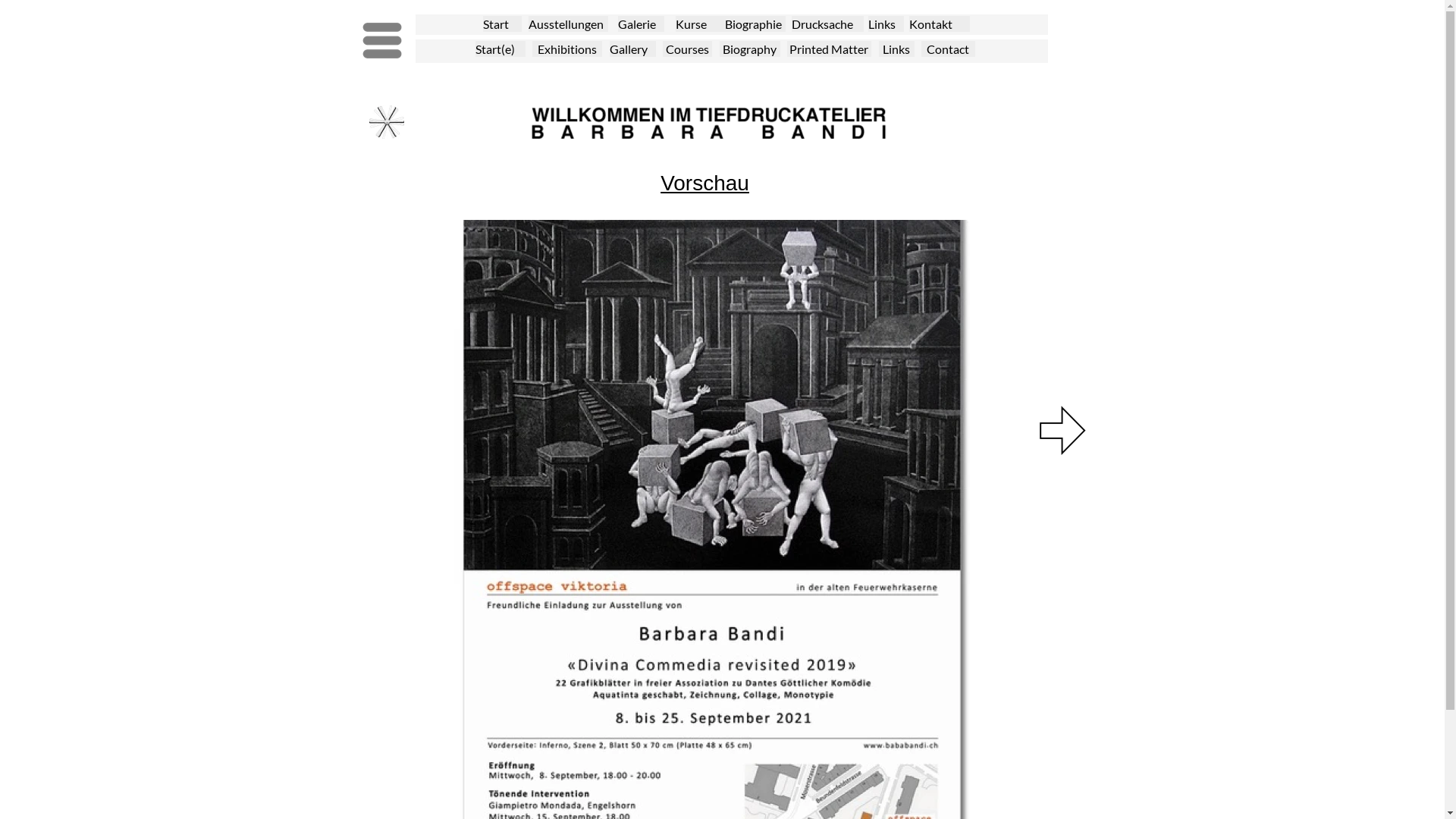  What do you see at coordinates (704, 182) in the screenshot?
I see `'Vorschau'` at bounding box center [704, 182].